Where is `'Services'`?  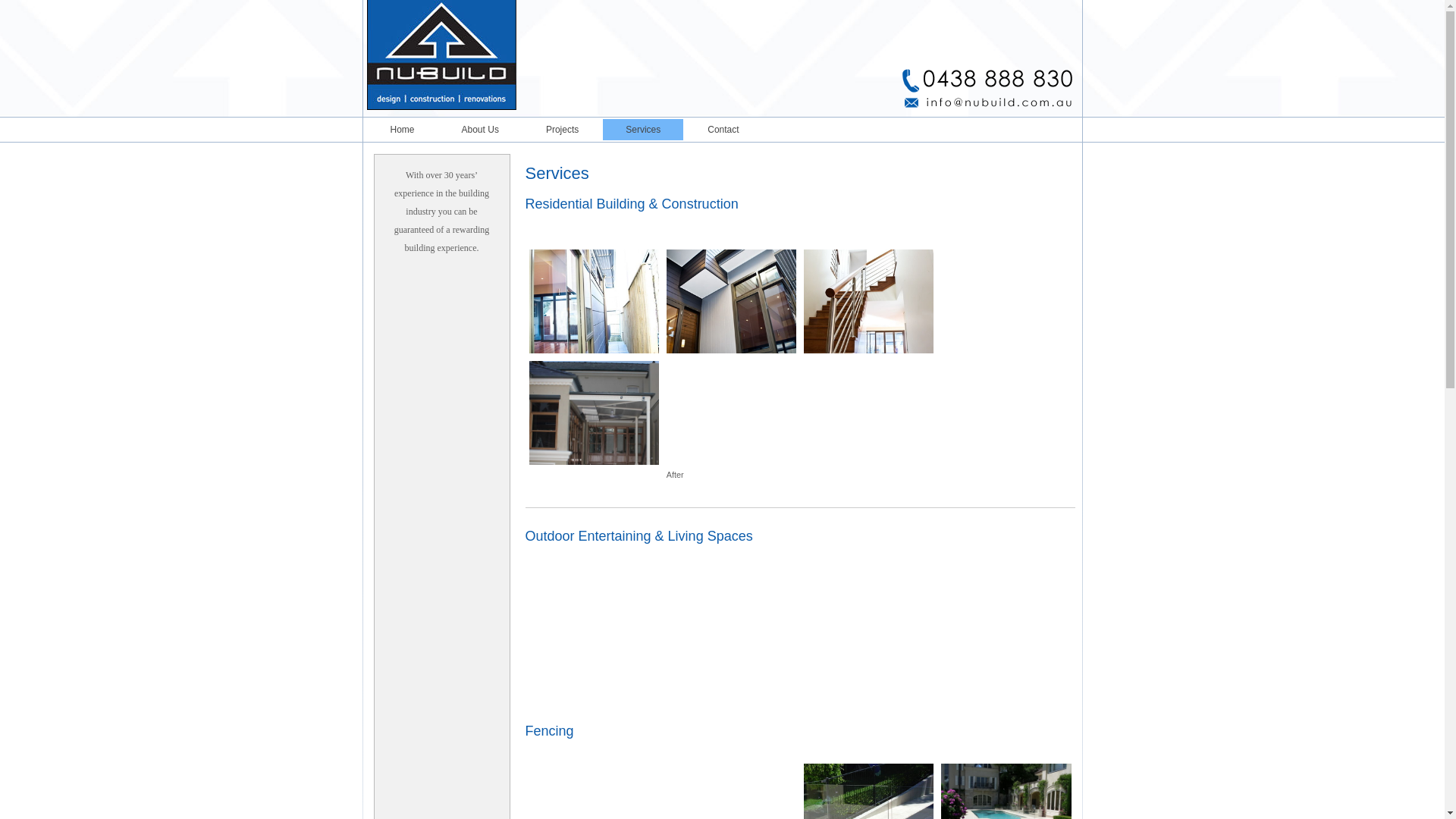 'Services' is located at coordinates (643, 128).